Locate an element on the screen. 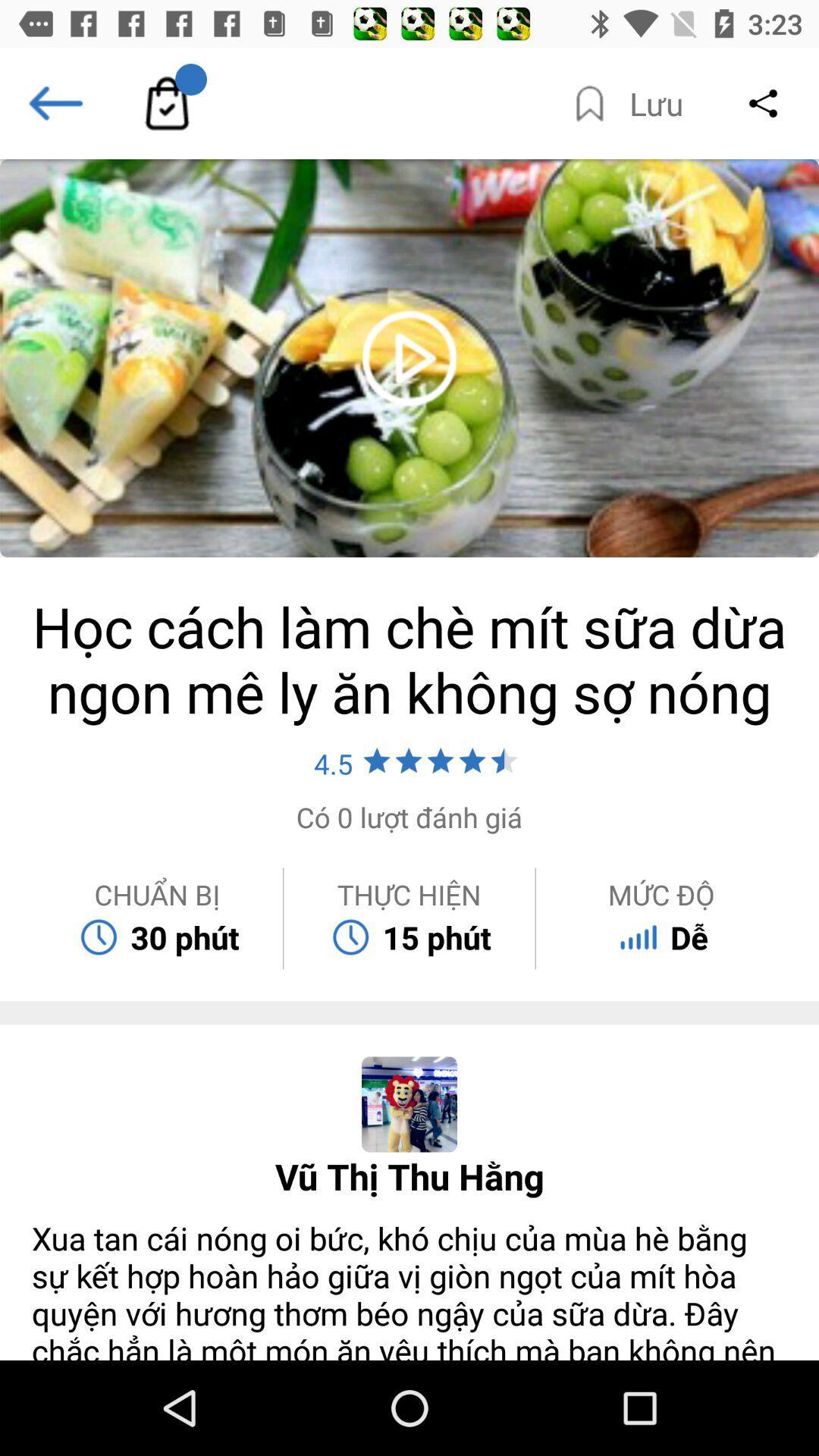 This screenshot has width=819, height=1456. the arrow_backward icon is located at coordinates (55, 102).